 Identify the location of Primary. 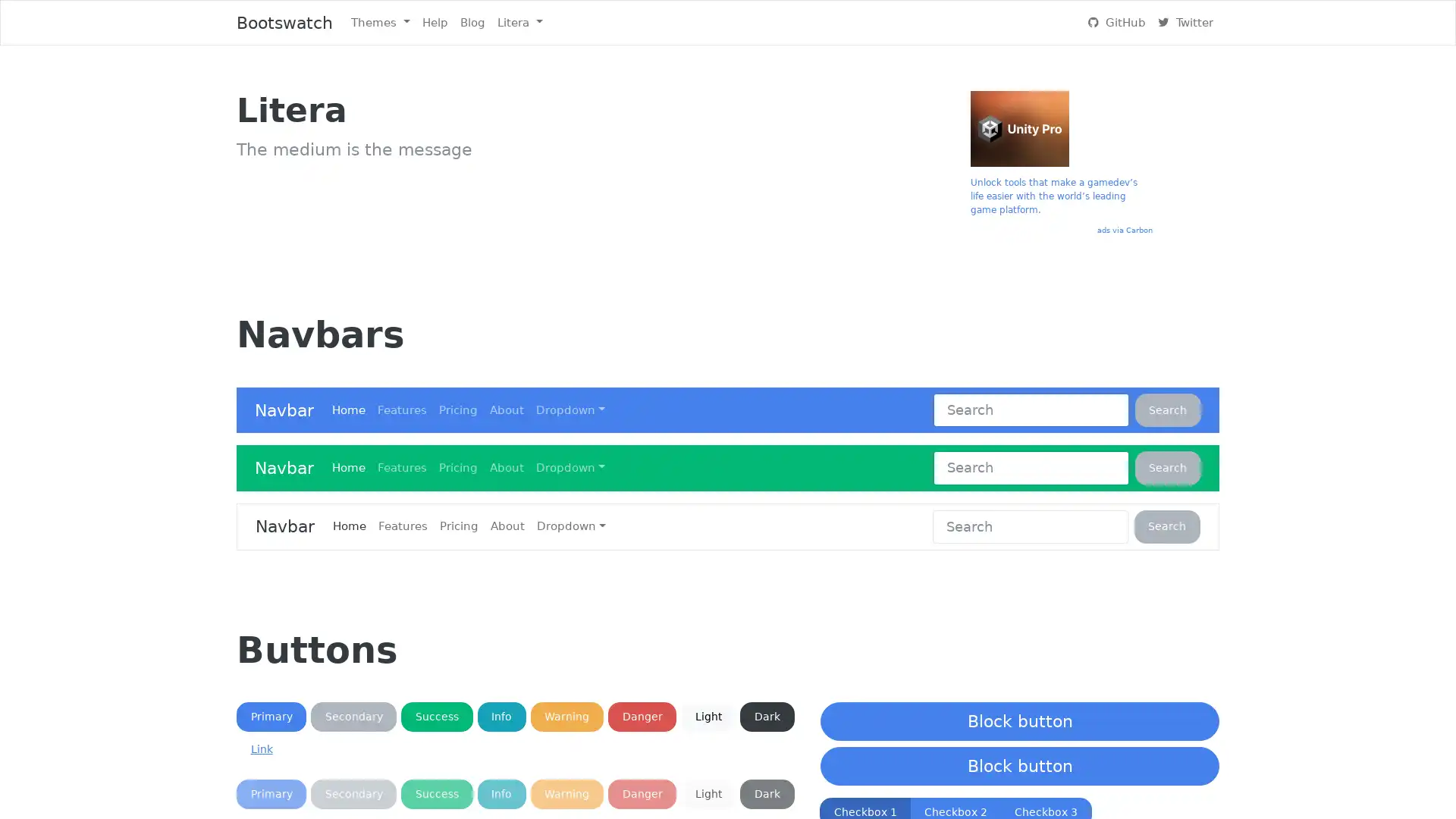
(271, 793).